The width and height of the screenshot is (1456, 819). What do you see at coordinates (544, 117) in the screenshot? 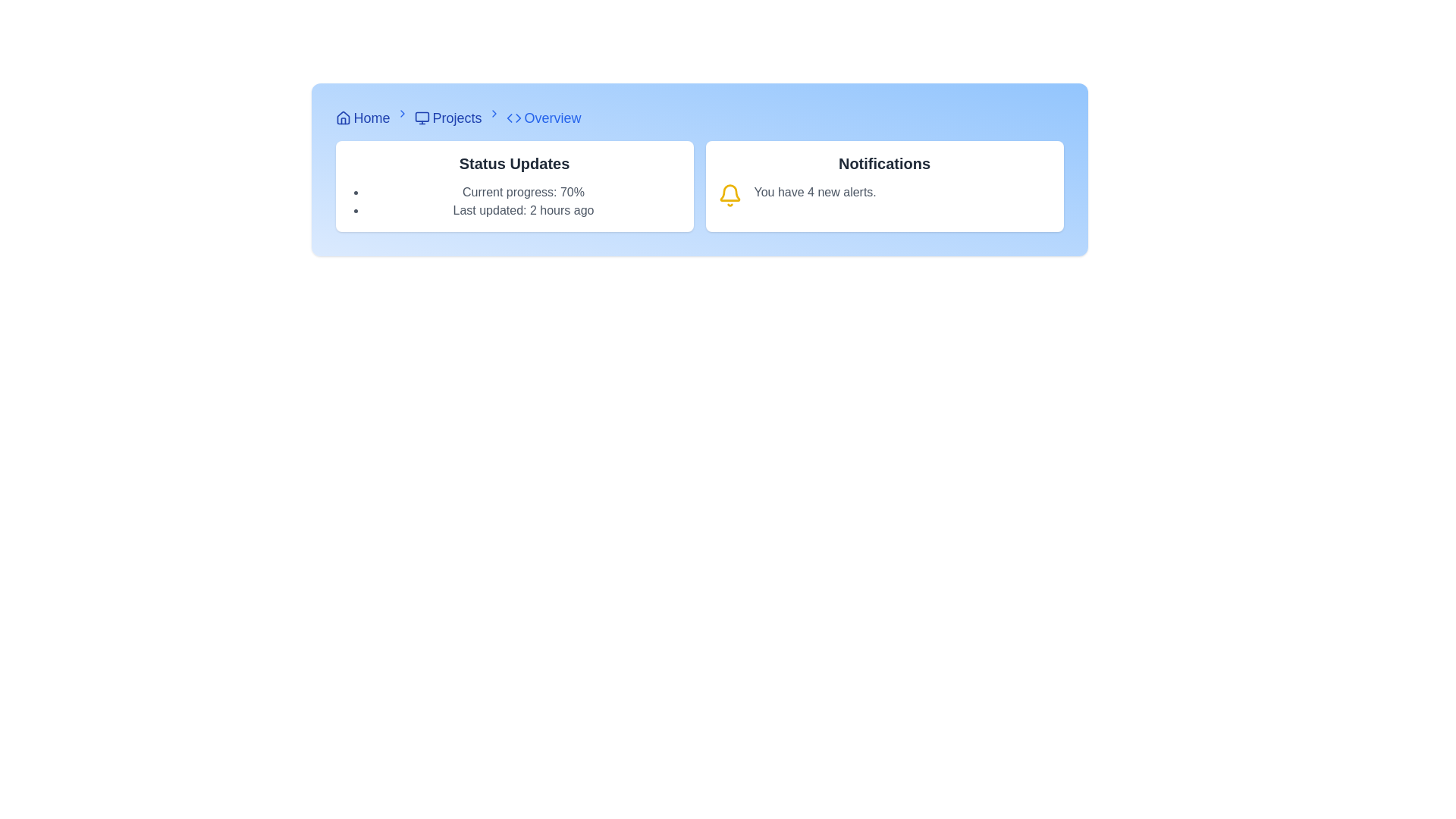
I see `the 'Overview' text link with accompanying icon in the breadcrumb navigation bar, which is styled in blue and located after 'Projects'` at bounding box center [544, 117].